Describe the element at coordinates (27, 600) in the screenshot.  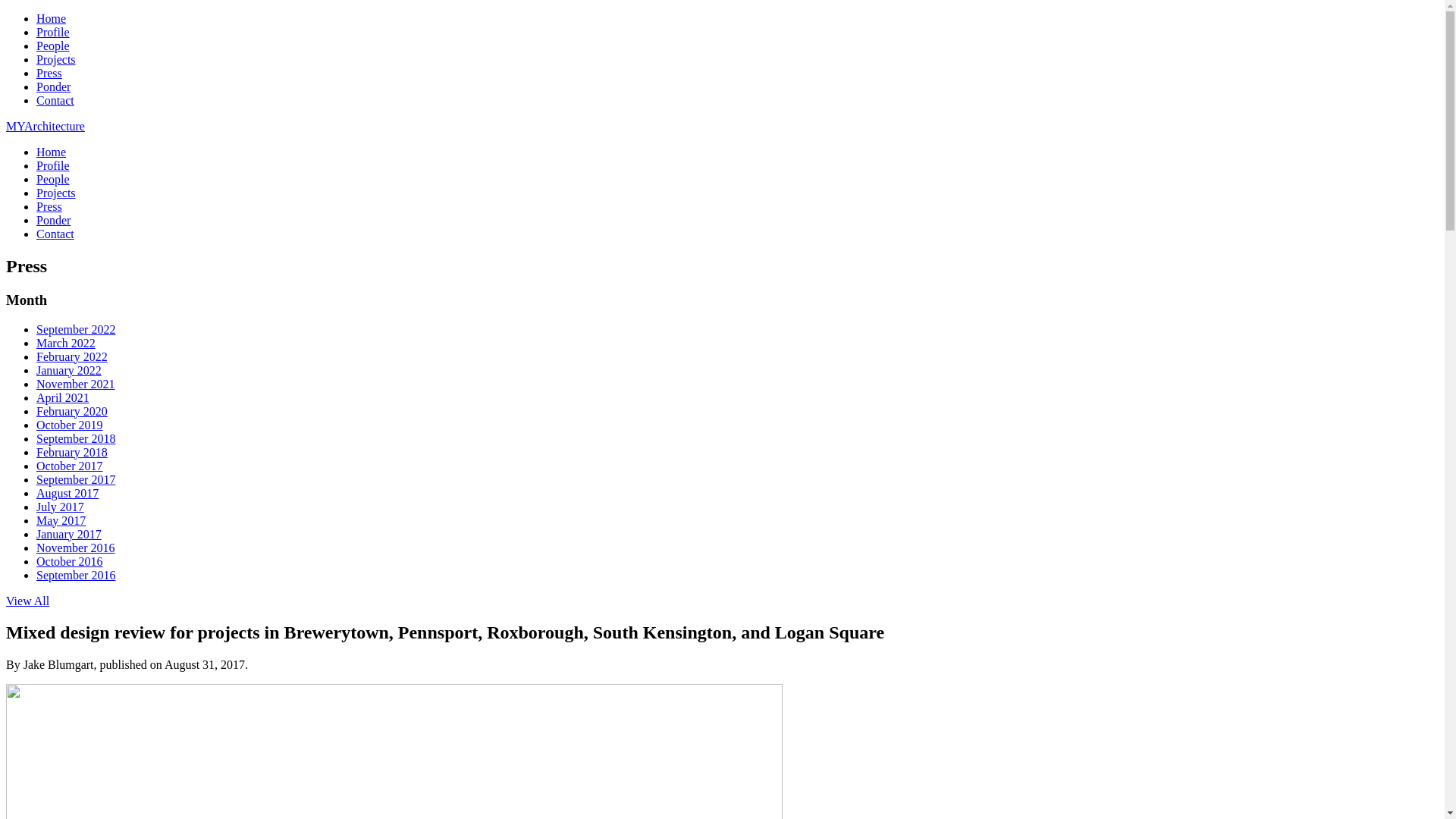
I see `'View All'` at that location.